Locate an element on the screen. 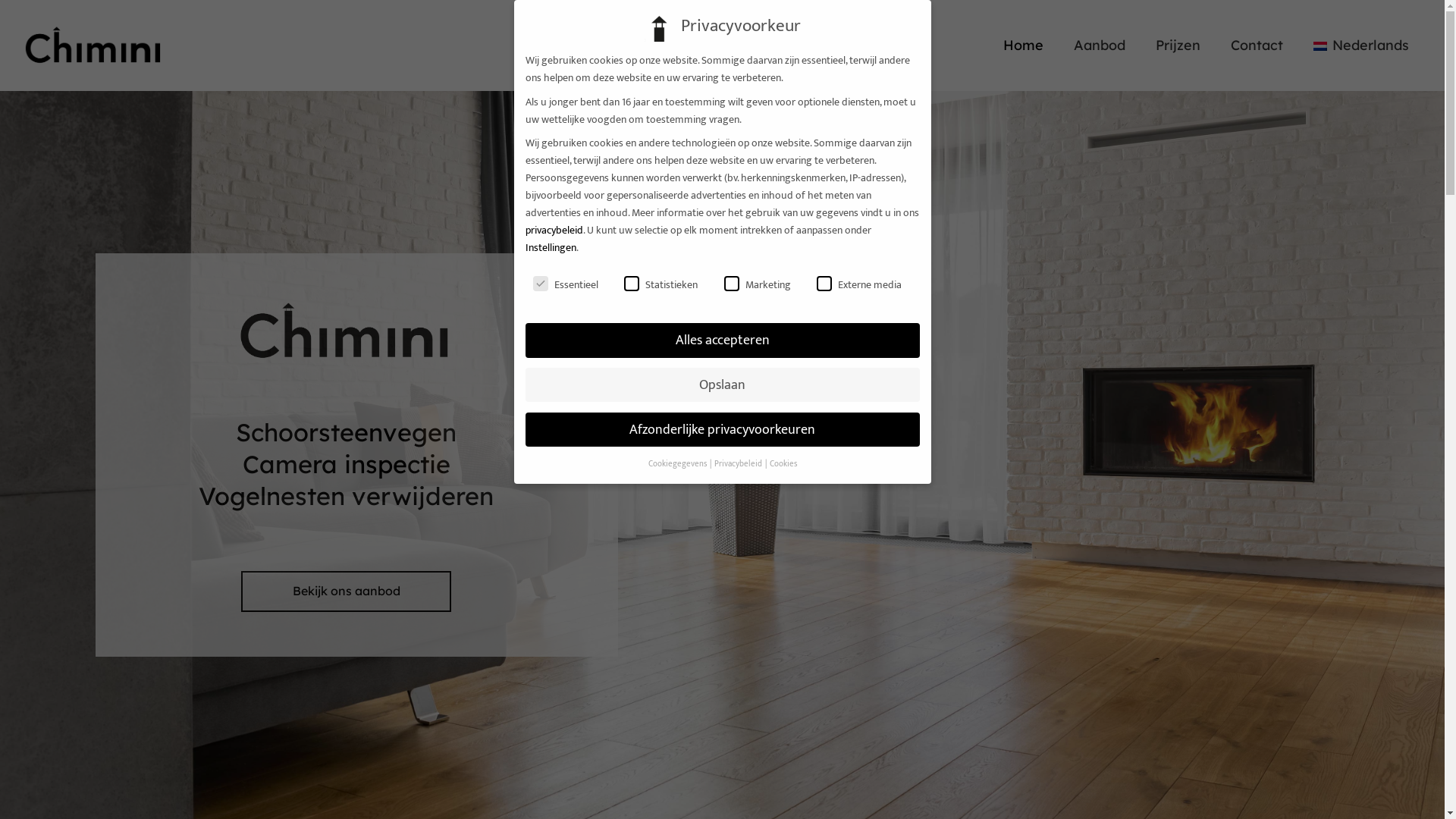 Image resolution: width=1456 pixels, height=819 pixels. 'Contact' is located at coordinates (1257, 45).